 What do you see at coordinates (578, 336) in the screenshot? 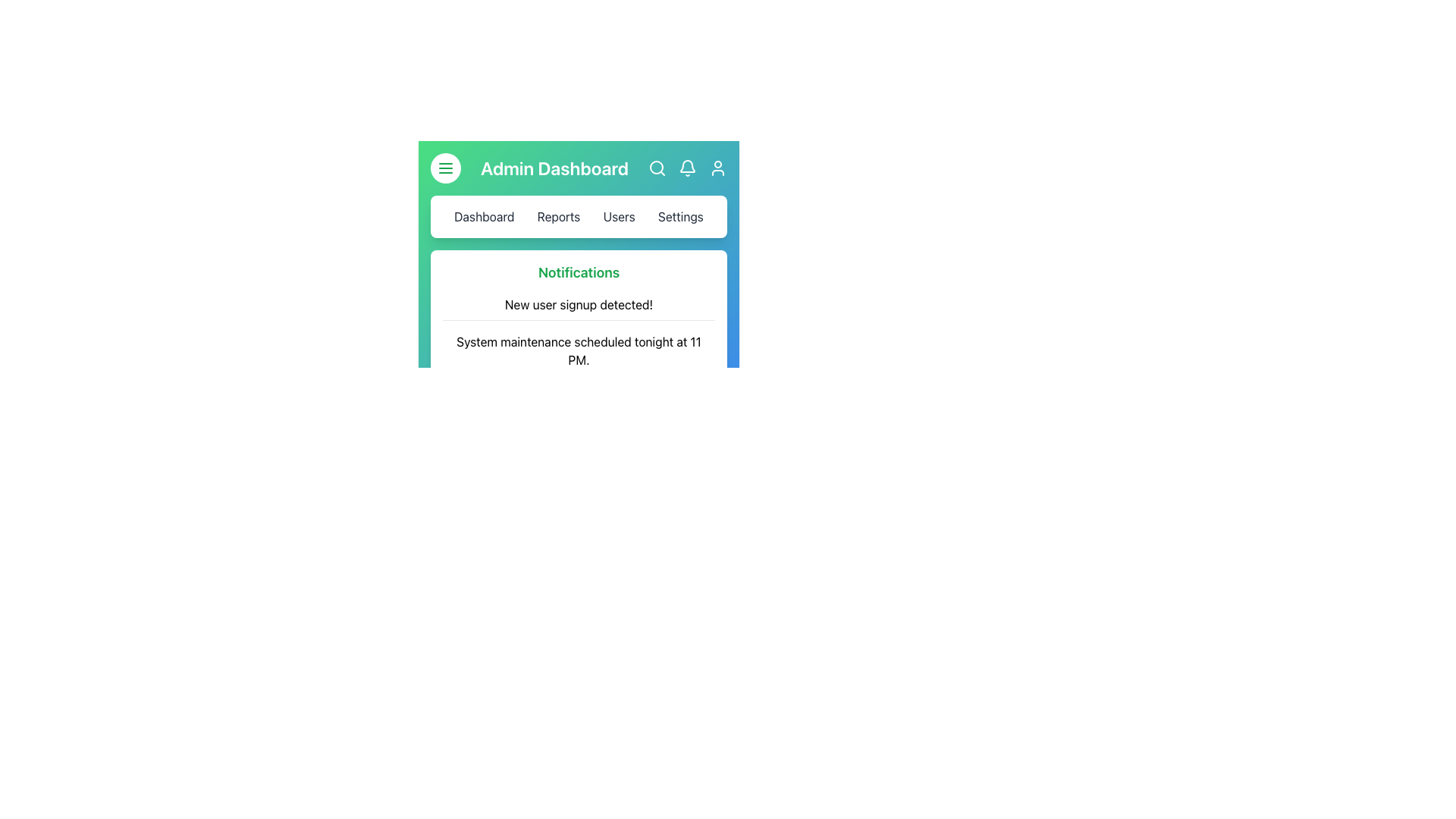
I see `the individual messages within the white notification box titled 'Notifications' that contains messages about new user signup, system maintenance, and backup completion` at bounding box center [578, 336].